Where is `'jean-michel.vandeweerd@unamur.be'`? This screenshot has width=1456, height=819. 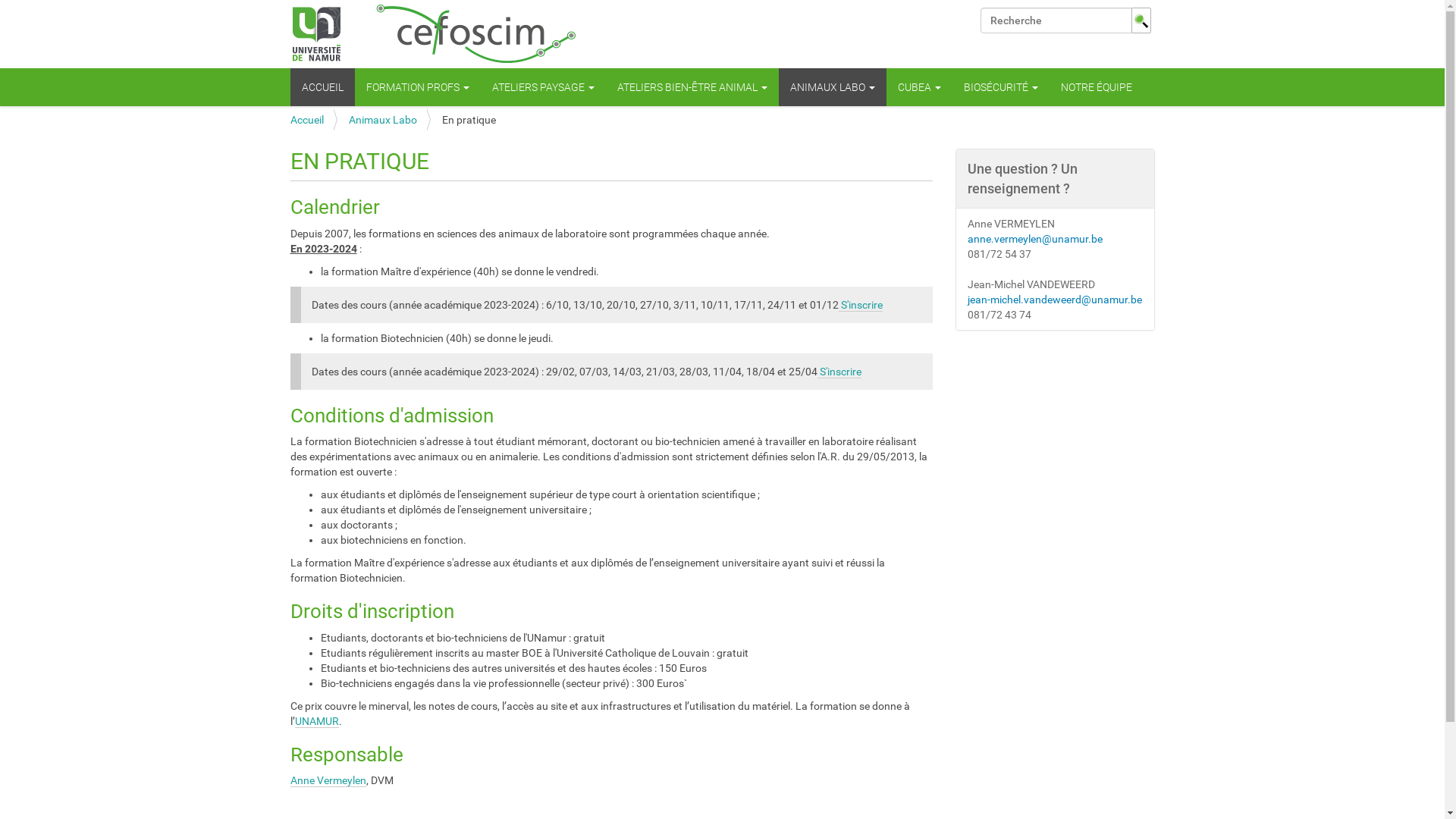
'jean-michel.vandeweerd@unamur.be' is located at coordinates (1054, 299).